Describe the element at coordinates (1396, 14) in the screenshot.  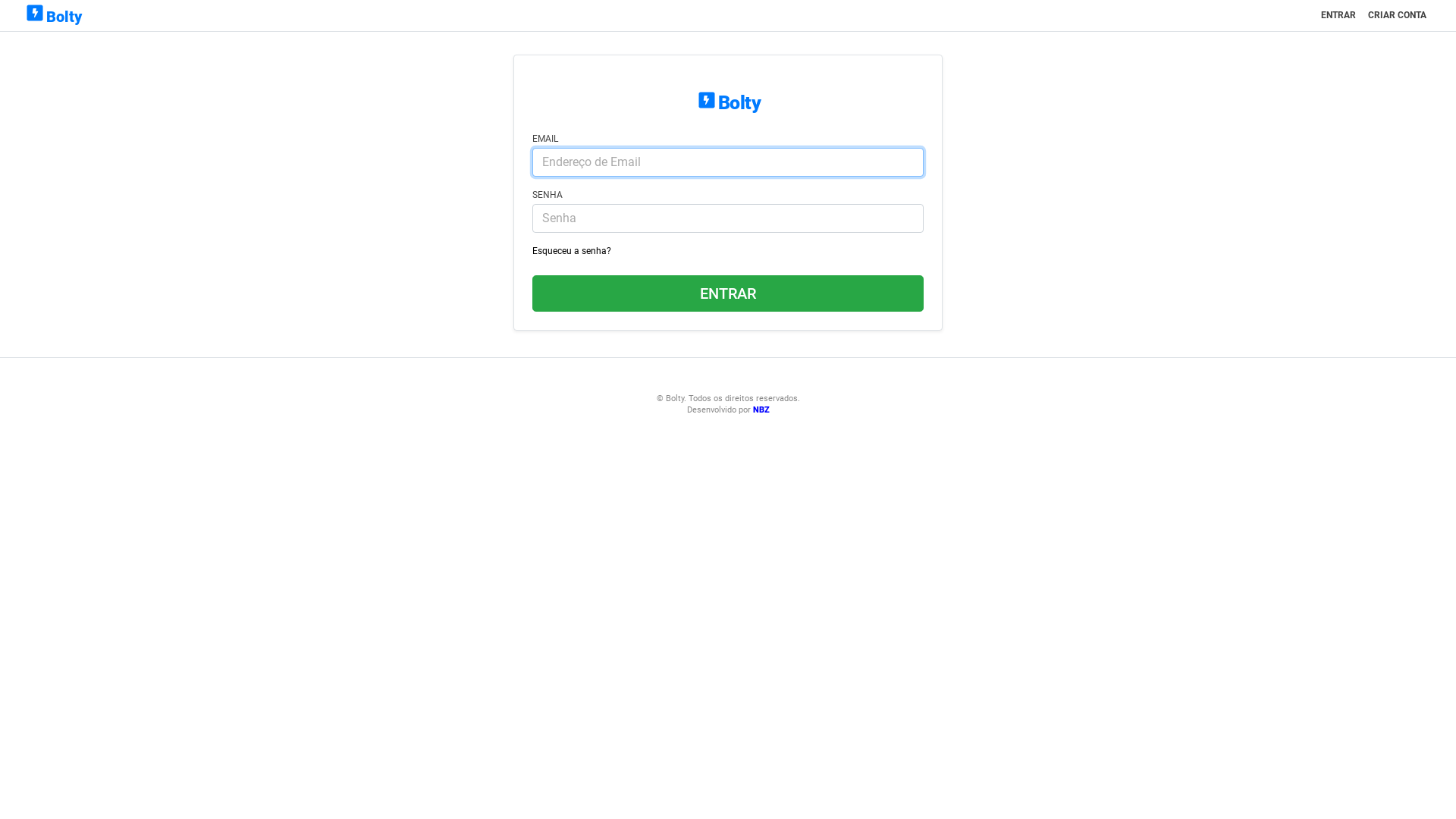
I see `'CRIAR CONTA'` at that location.